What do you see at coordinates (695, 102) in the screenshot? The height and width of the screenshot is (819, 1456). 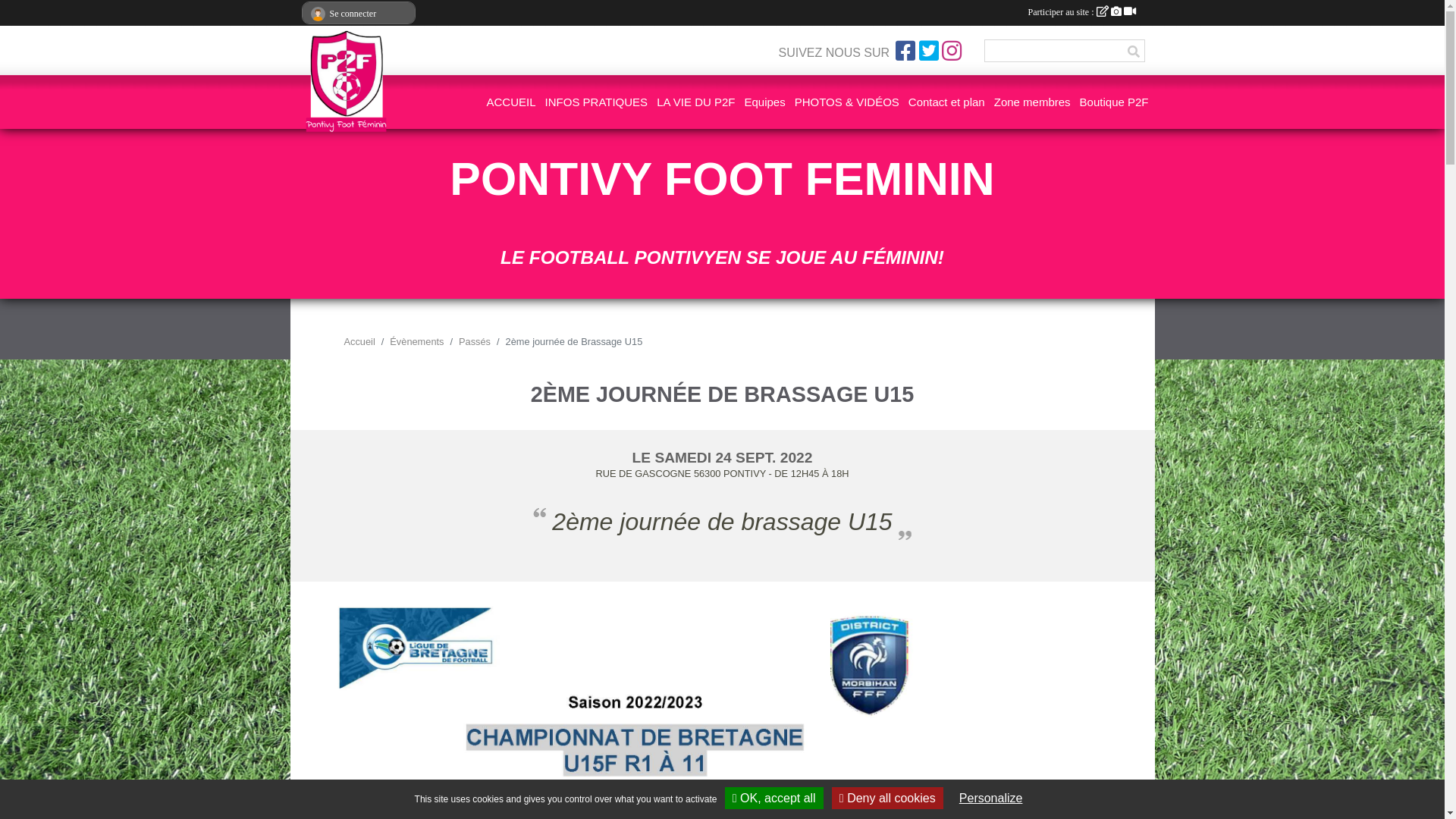 I see `'LA VIE DU P2F'` at bounding box center [695, 102].